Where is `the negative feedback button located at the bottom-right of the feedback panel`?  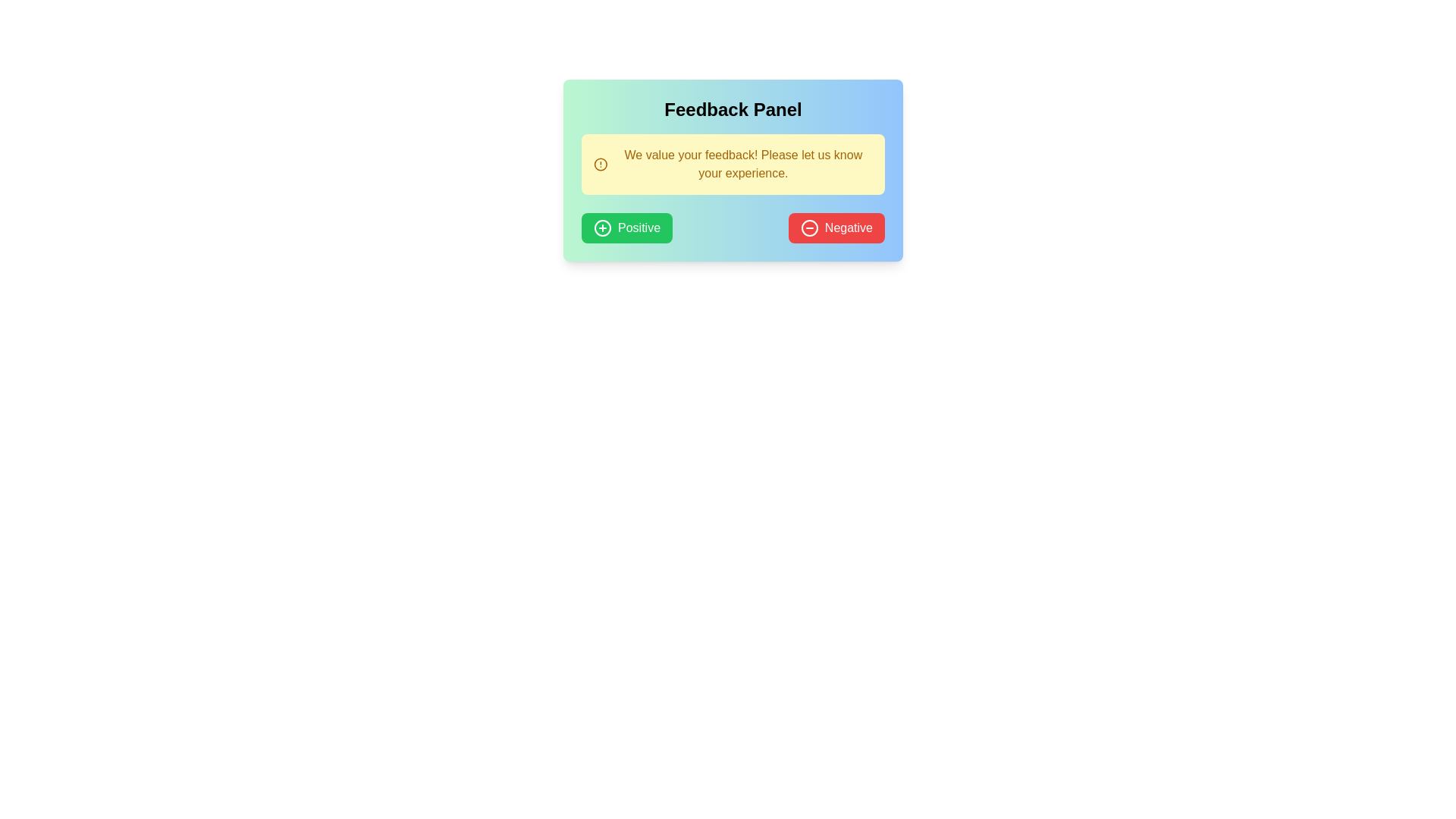
the negative feedback button located at the bottom-right of the feedback panel is located at coordinates (836, 227).